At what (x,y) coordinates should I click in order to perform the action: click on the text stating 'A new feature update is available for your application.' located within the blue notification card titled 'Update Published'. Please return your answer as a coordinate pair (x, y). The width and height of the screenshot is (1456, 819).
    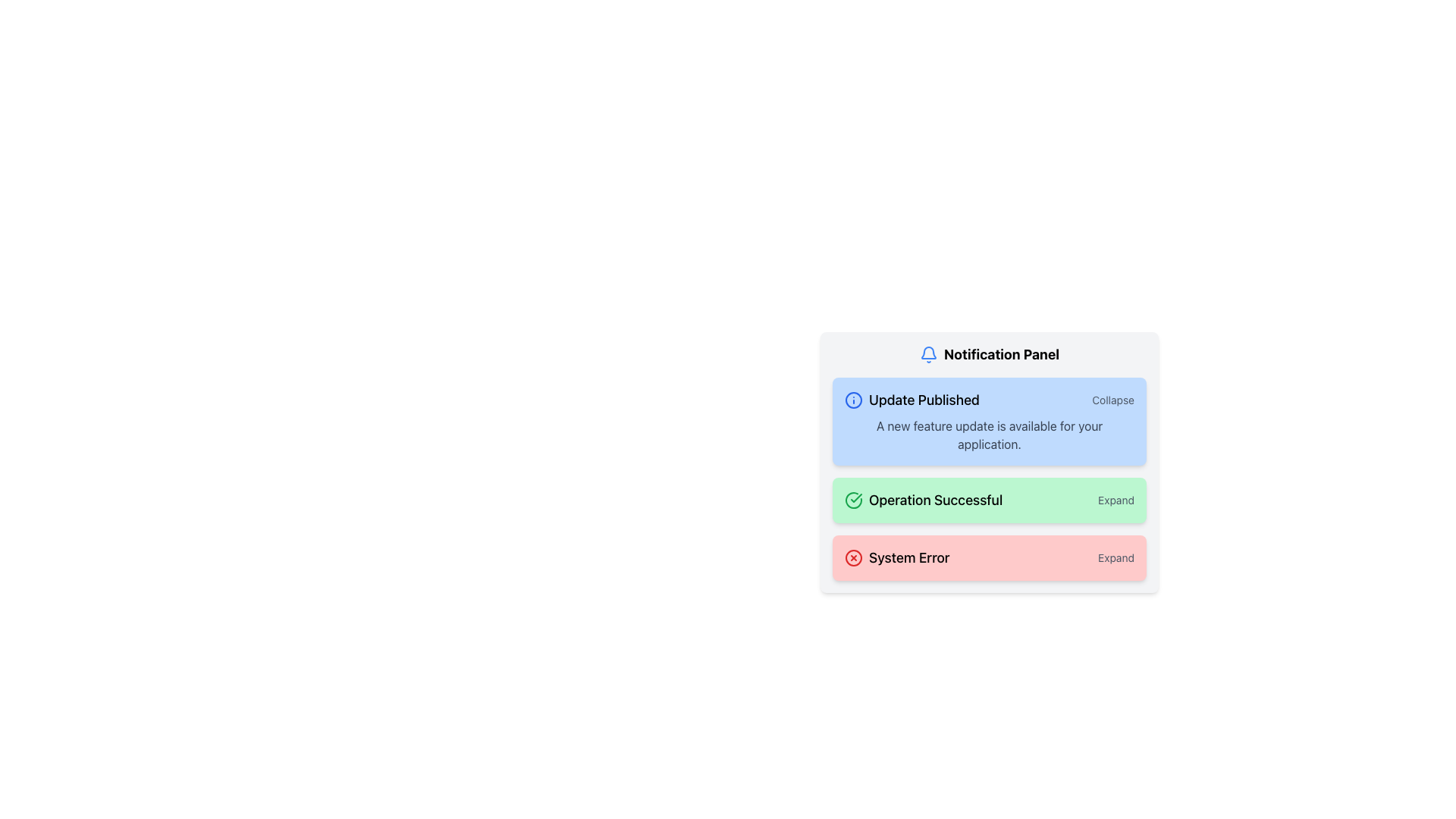
    Looking at the image, I should click on (990, 435).